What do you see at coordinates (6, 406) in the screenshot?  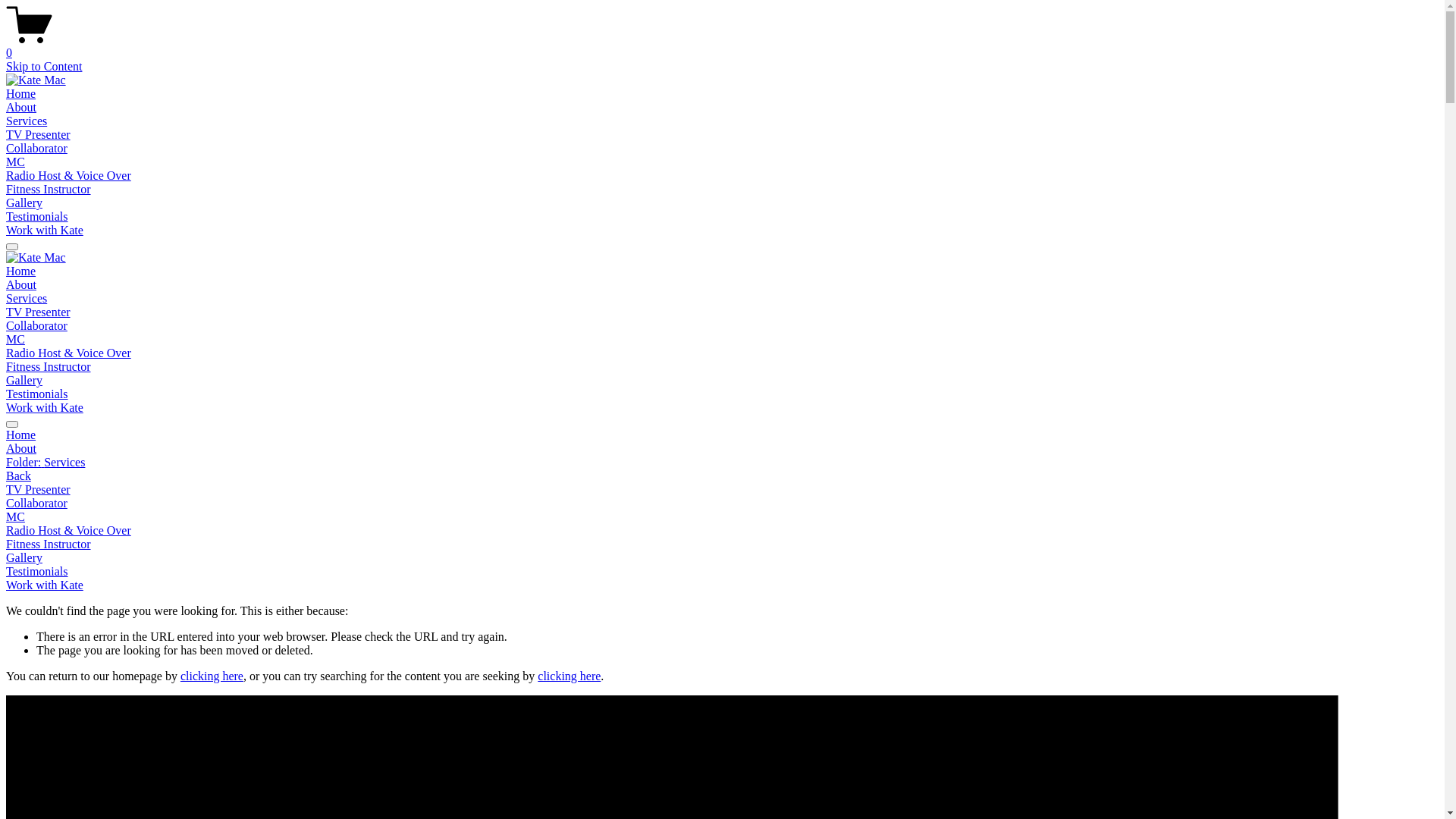 I see `'Work with Kate'` at bounding box center [6, 406].